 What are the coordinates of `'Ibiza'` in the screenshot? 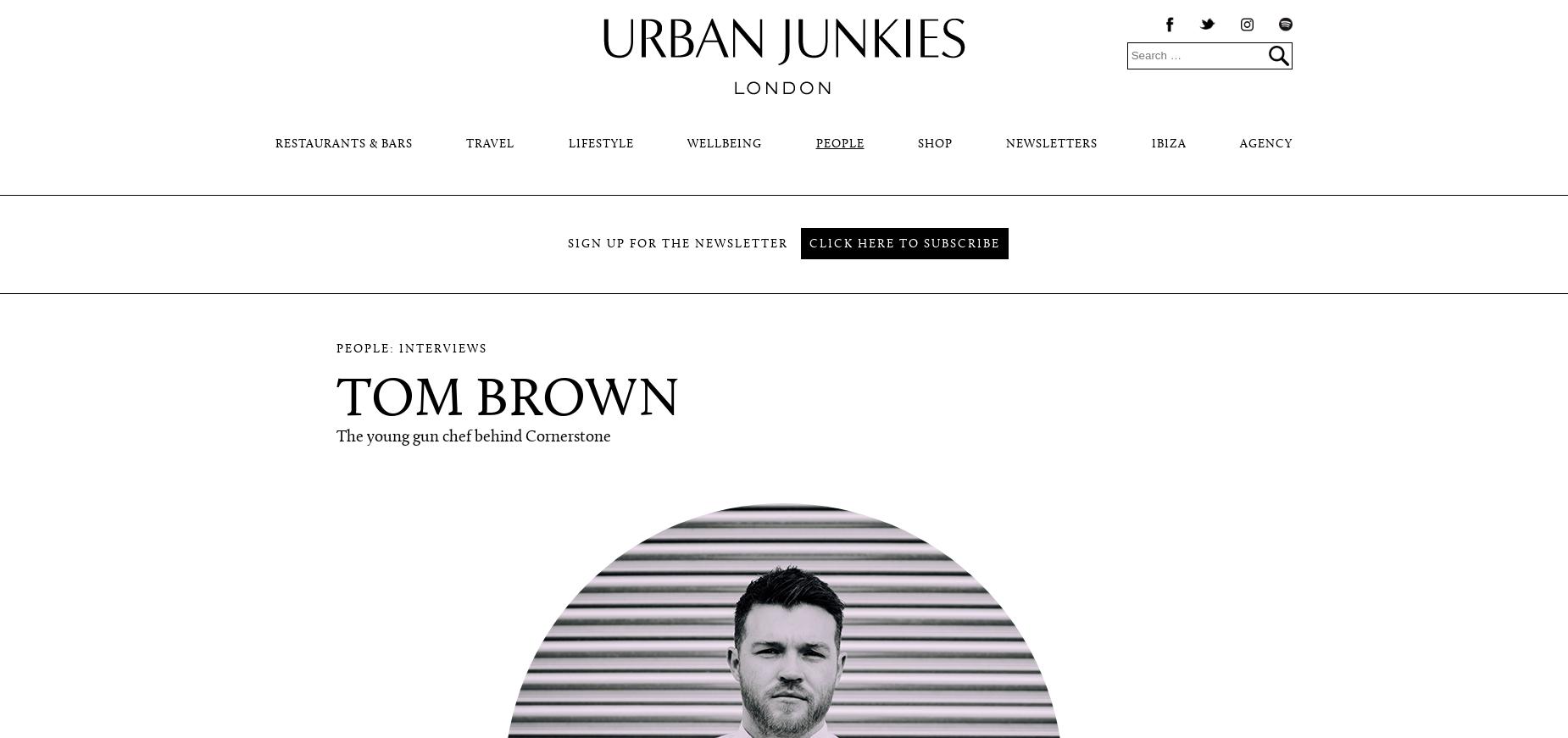 It's located at (1167, 144).